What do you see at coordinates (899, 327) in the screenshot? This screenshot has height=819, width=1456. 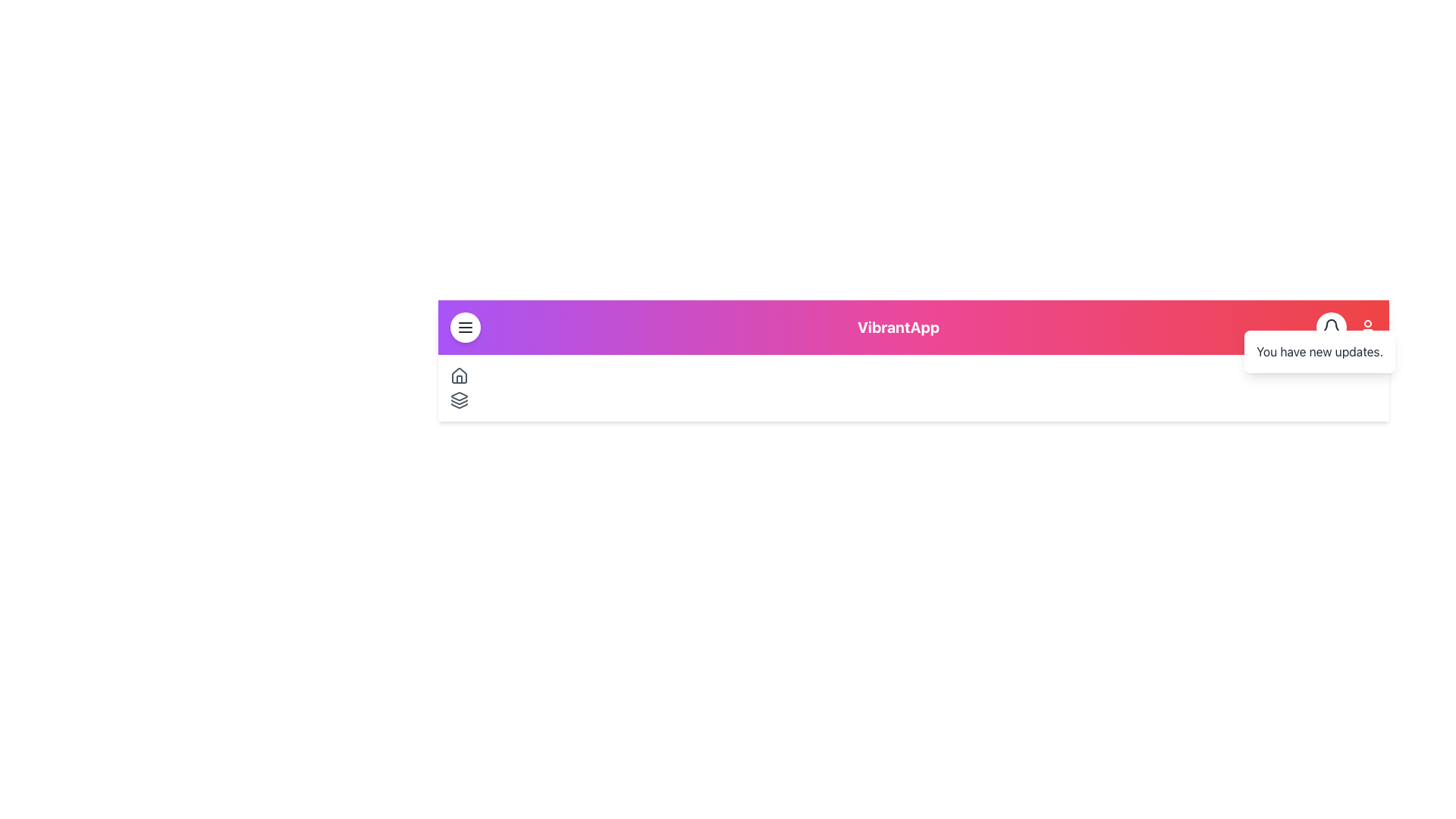 I see `the 'VibrantApp' text label, which is centrally located in the top bar between the menu icon and the account icons` at bounding box center [899, 327].